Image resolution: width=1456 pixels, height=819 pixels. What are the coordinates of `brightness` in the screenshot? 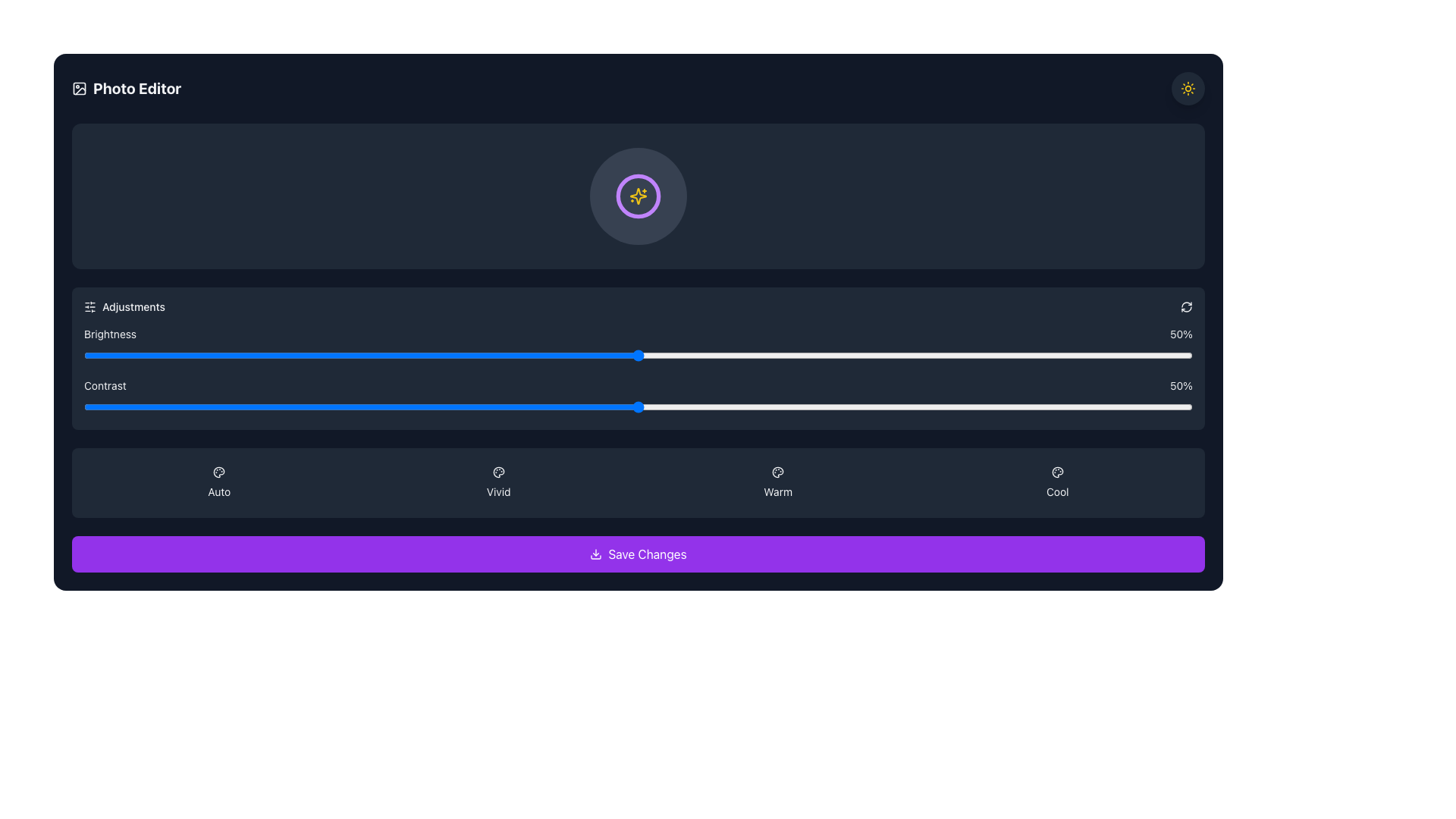 It's located at (227, 356).